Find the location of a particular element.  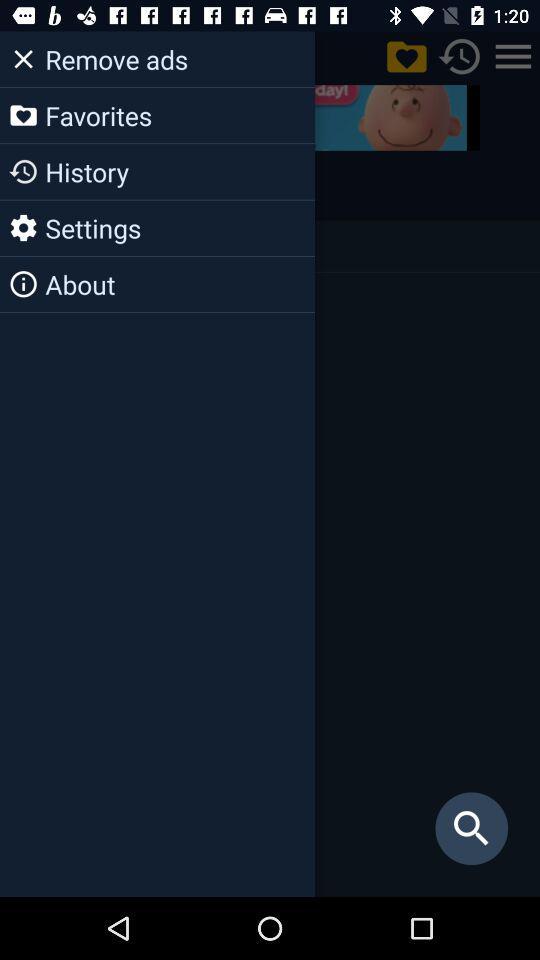

the menu icon is located at coordinates (513, 55).